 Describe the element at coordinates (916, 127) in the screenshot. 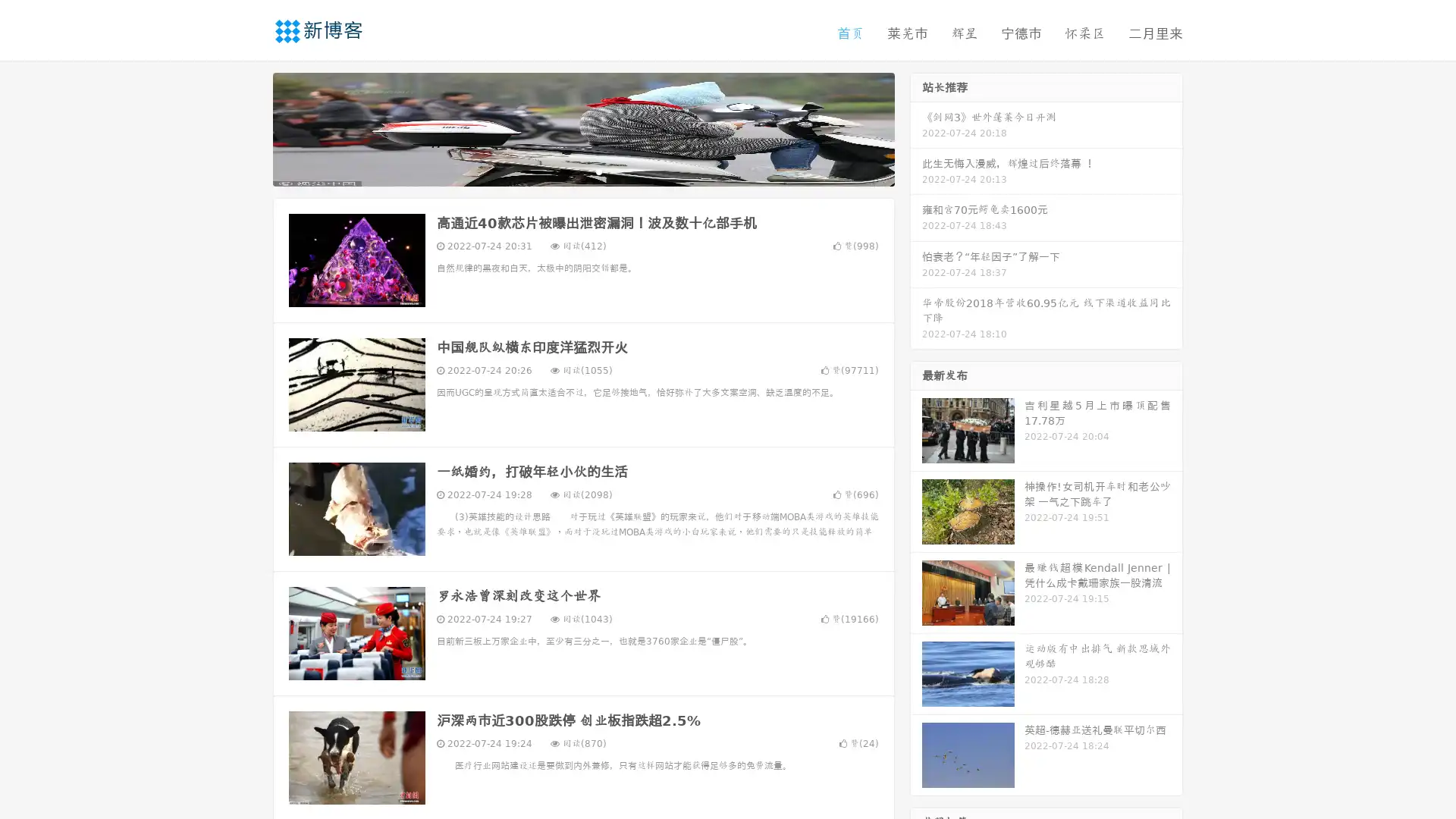

I see `Next slide` at that location.